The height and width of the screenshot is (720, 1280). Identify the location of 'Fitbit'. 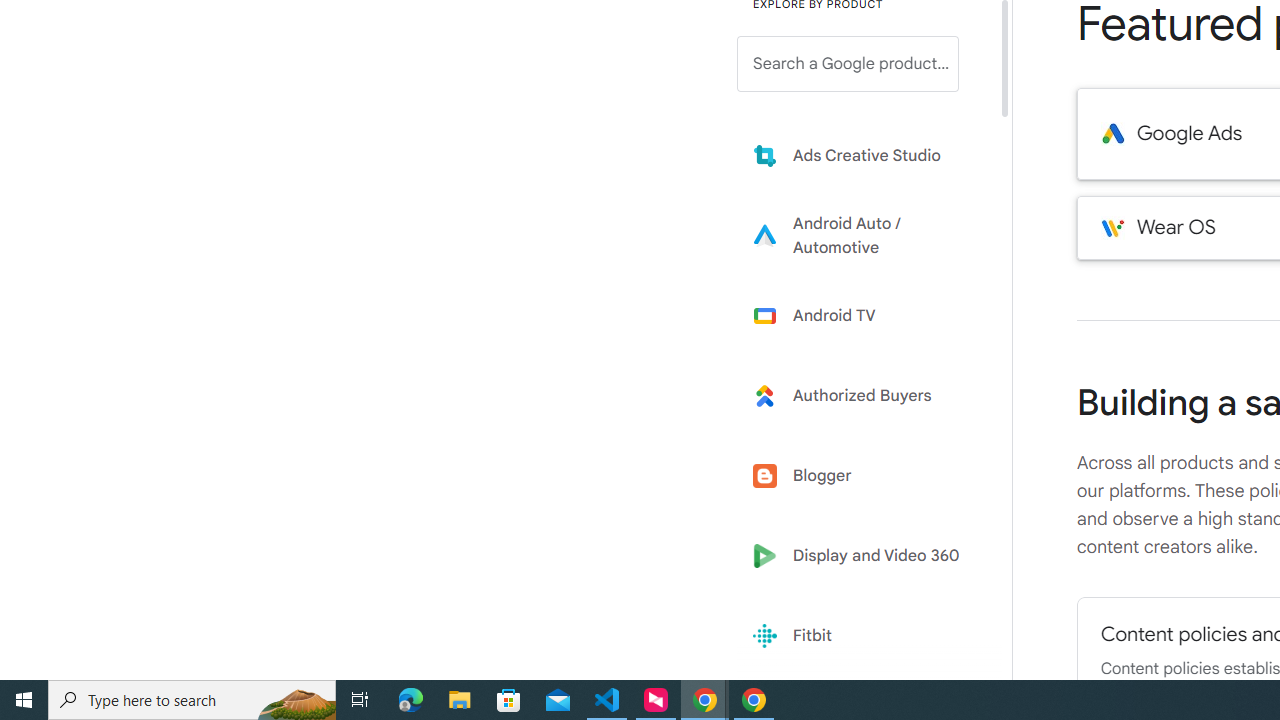
(862, 636).